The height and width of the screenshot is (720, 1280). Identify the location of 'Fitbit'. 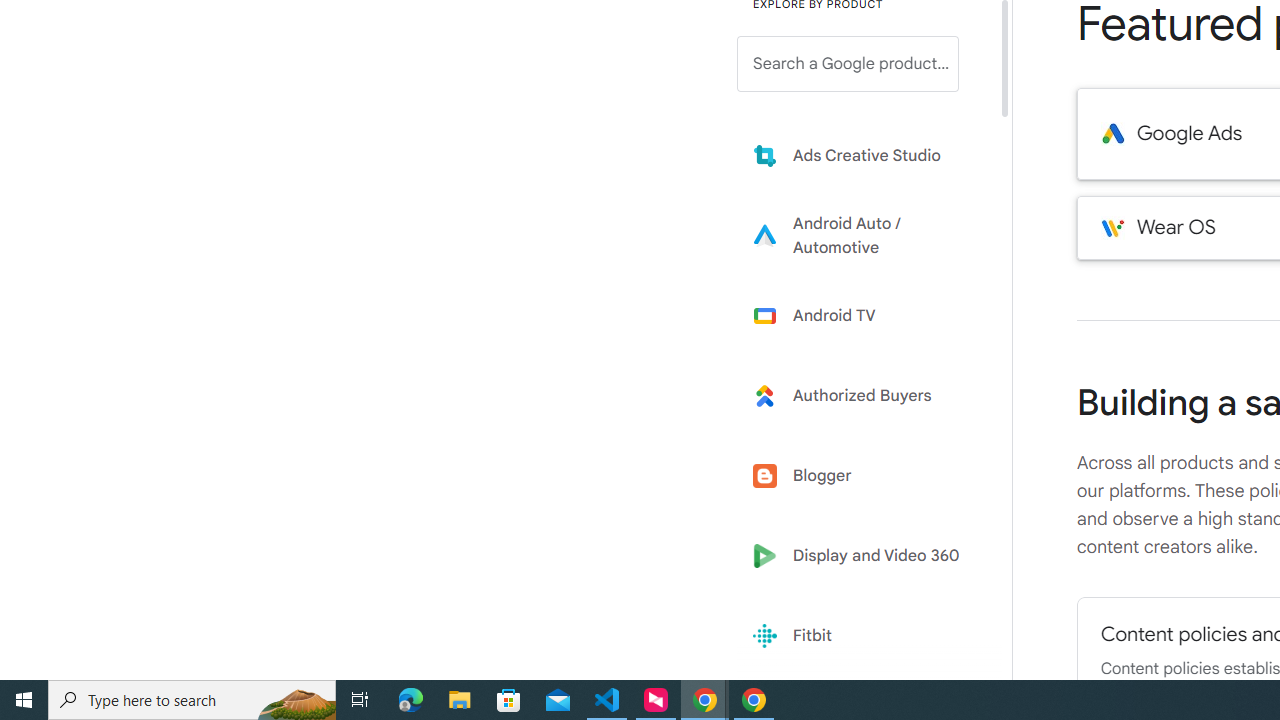
(862, 636).